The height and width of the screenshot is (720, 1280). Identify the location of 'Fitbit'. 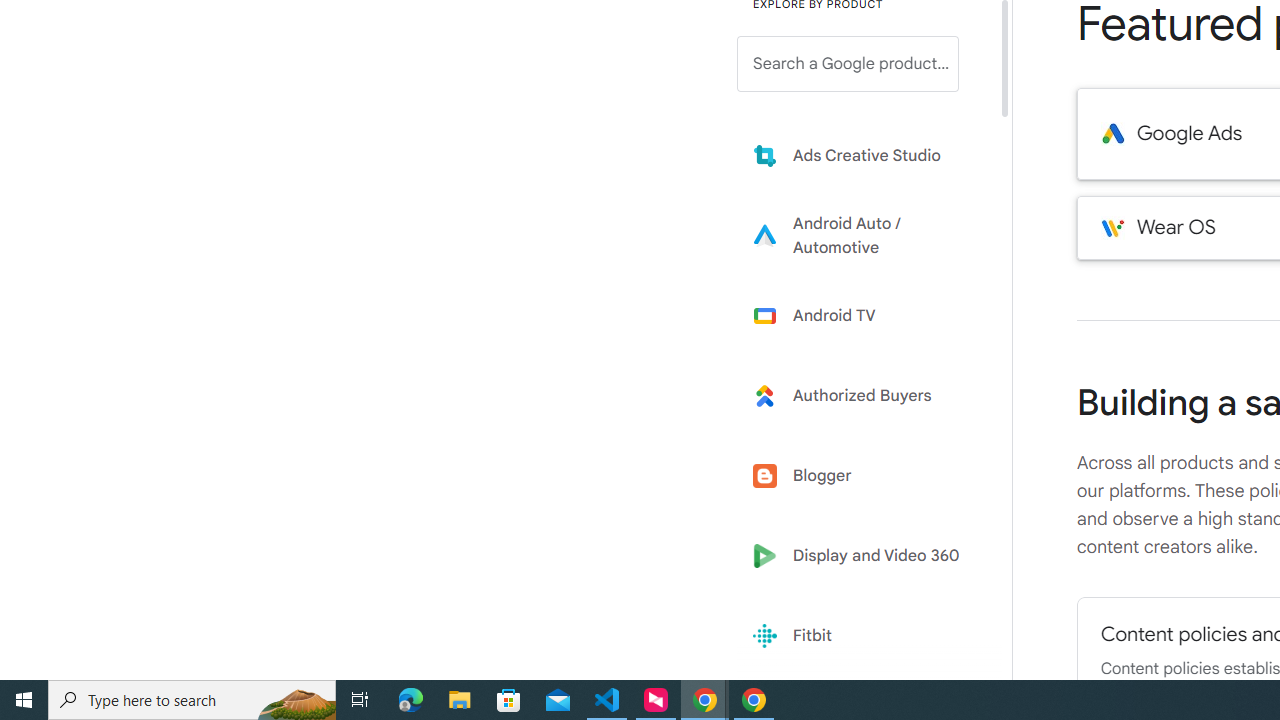
(862, 636).